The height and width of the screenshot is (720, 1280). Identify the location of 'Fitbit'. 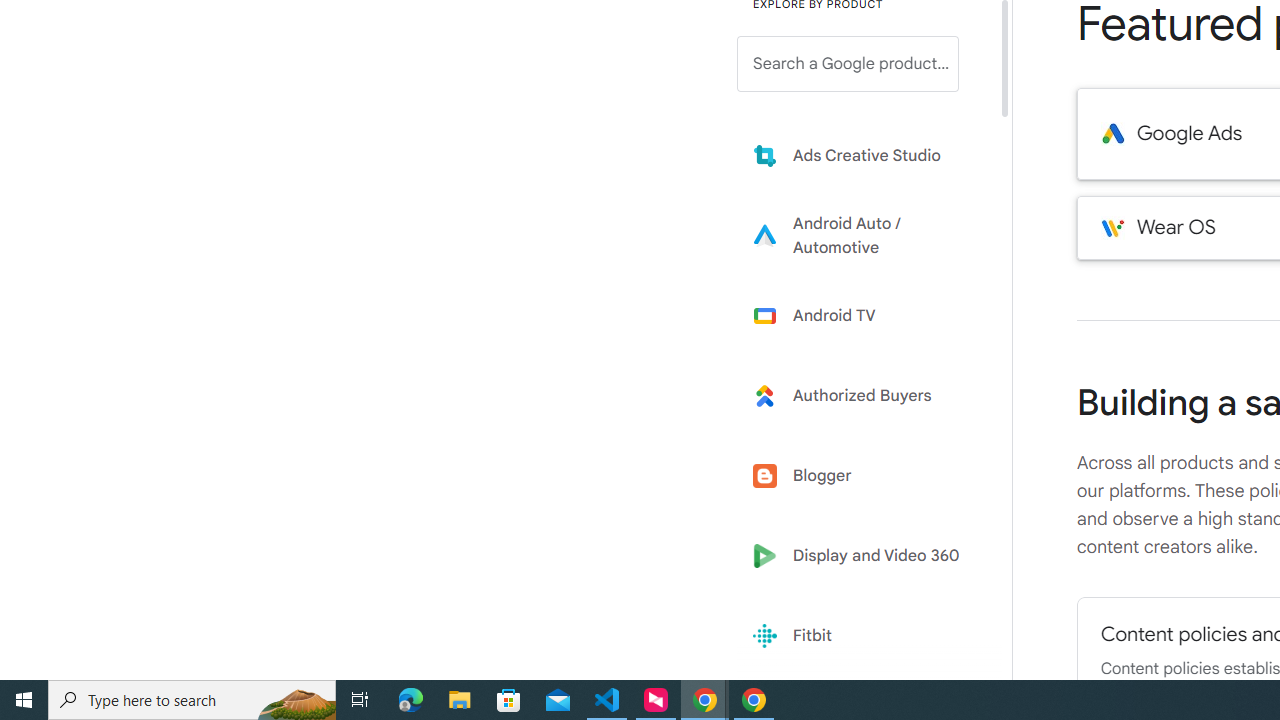
(862, 636).